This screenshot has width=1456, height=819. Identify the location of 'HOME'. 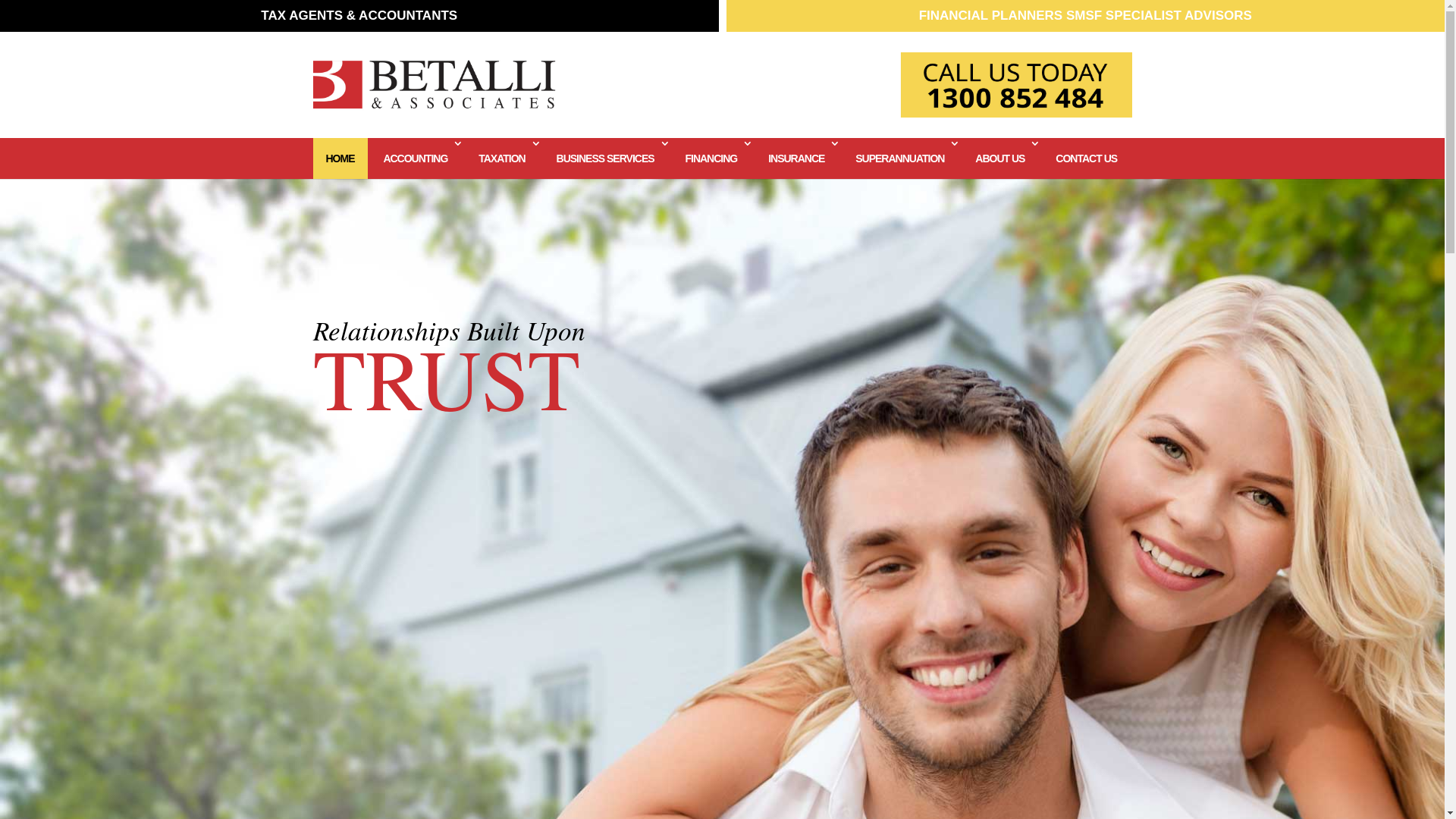
(338, 158).